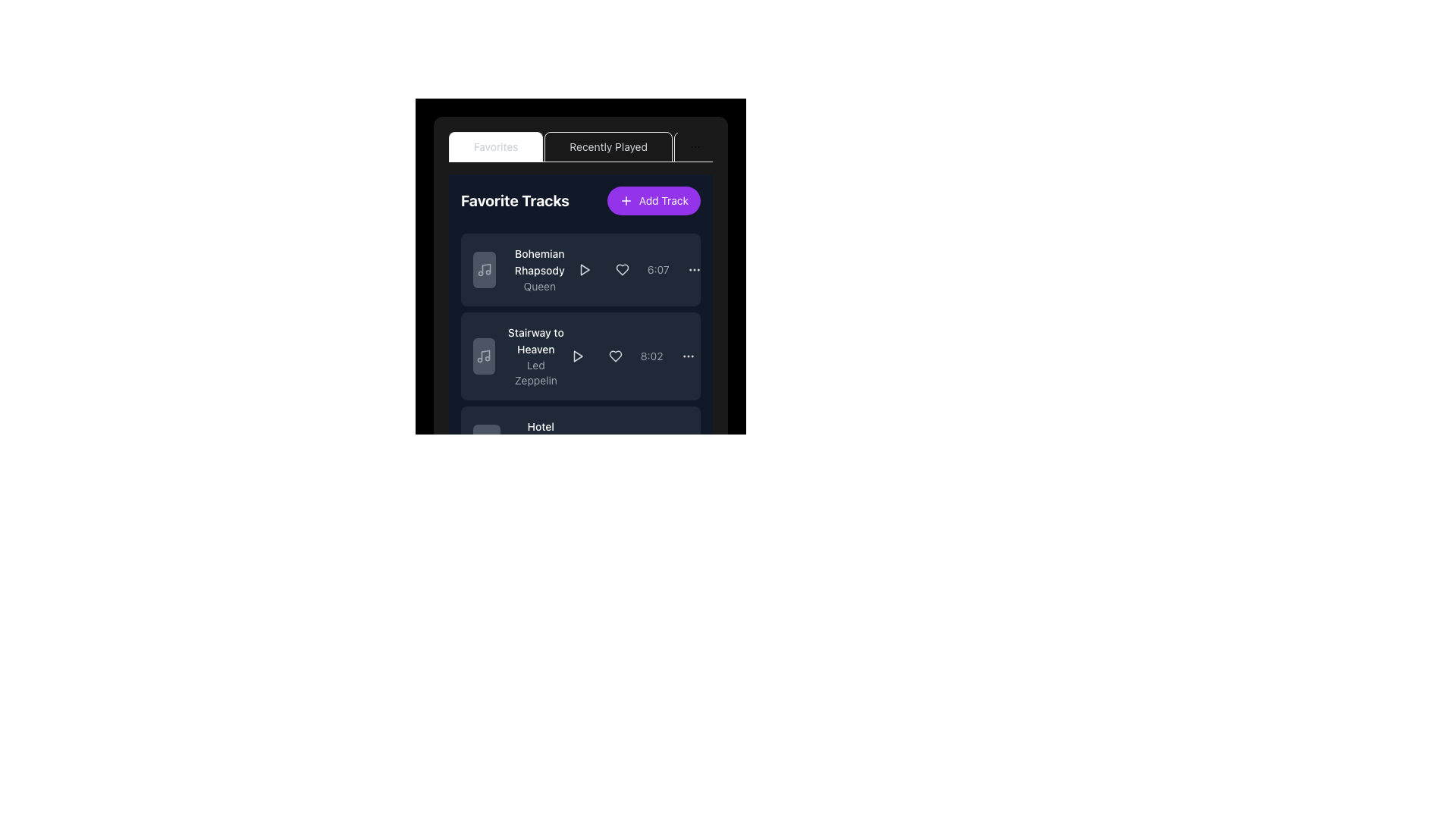 This screenshot has height=819, width=1456. What do you see at coordinates (608, 146) in the screenshot?
I see `the 'Recently Played' tab in the tab navigation system to switch to the 'Recently Played' section` at bounding box center [608, 146].